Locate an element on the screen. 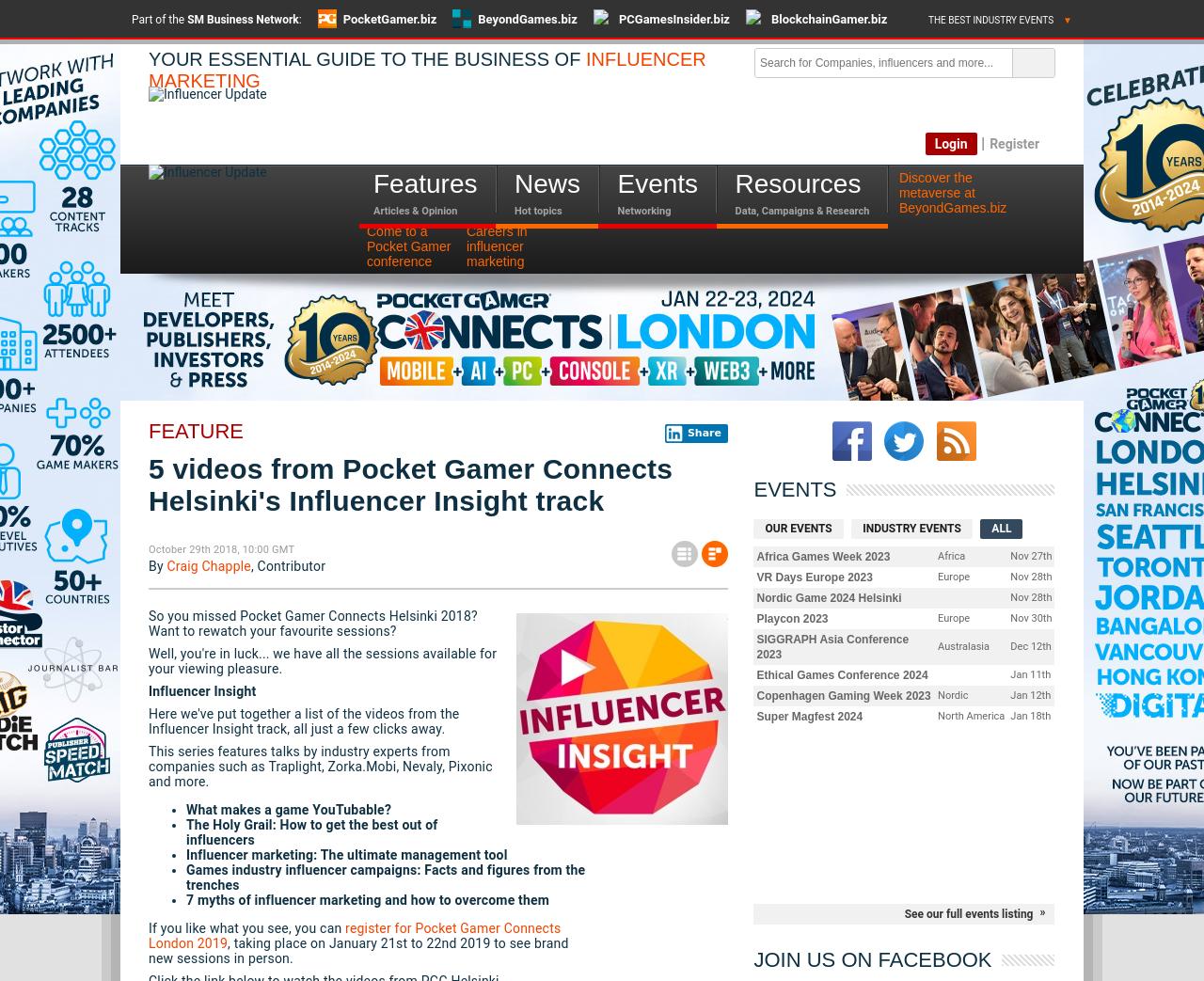 The image size is (1204, 981). 'metaverse at' is located at coordinates (936, 191).